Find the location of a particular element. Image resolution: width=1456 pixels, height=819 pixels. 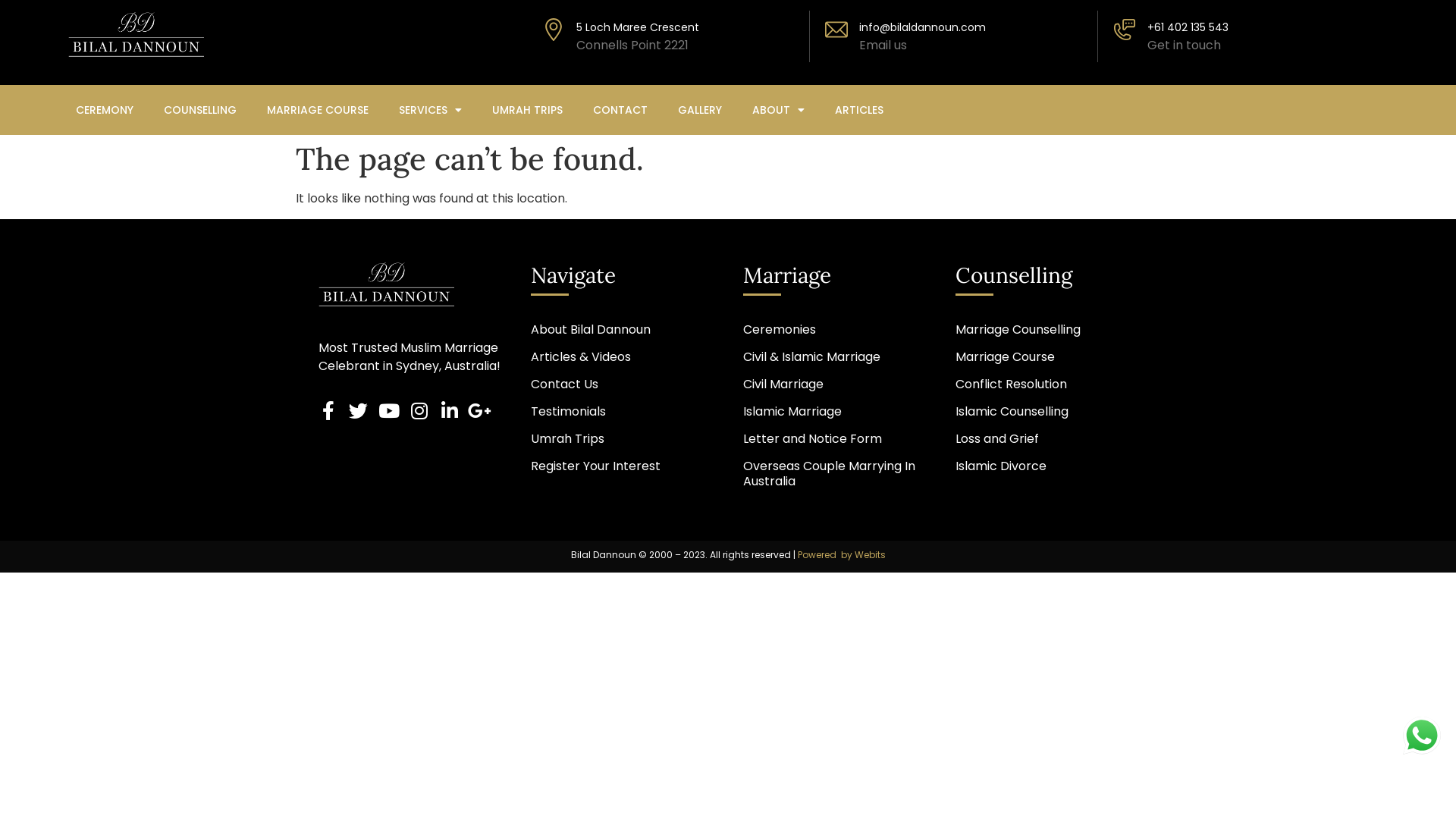

'Contact Us' is located at coordinates (531, 383).